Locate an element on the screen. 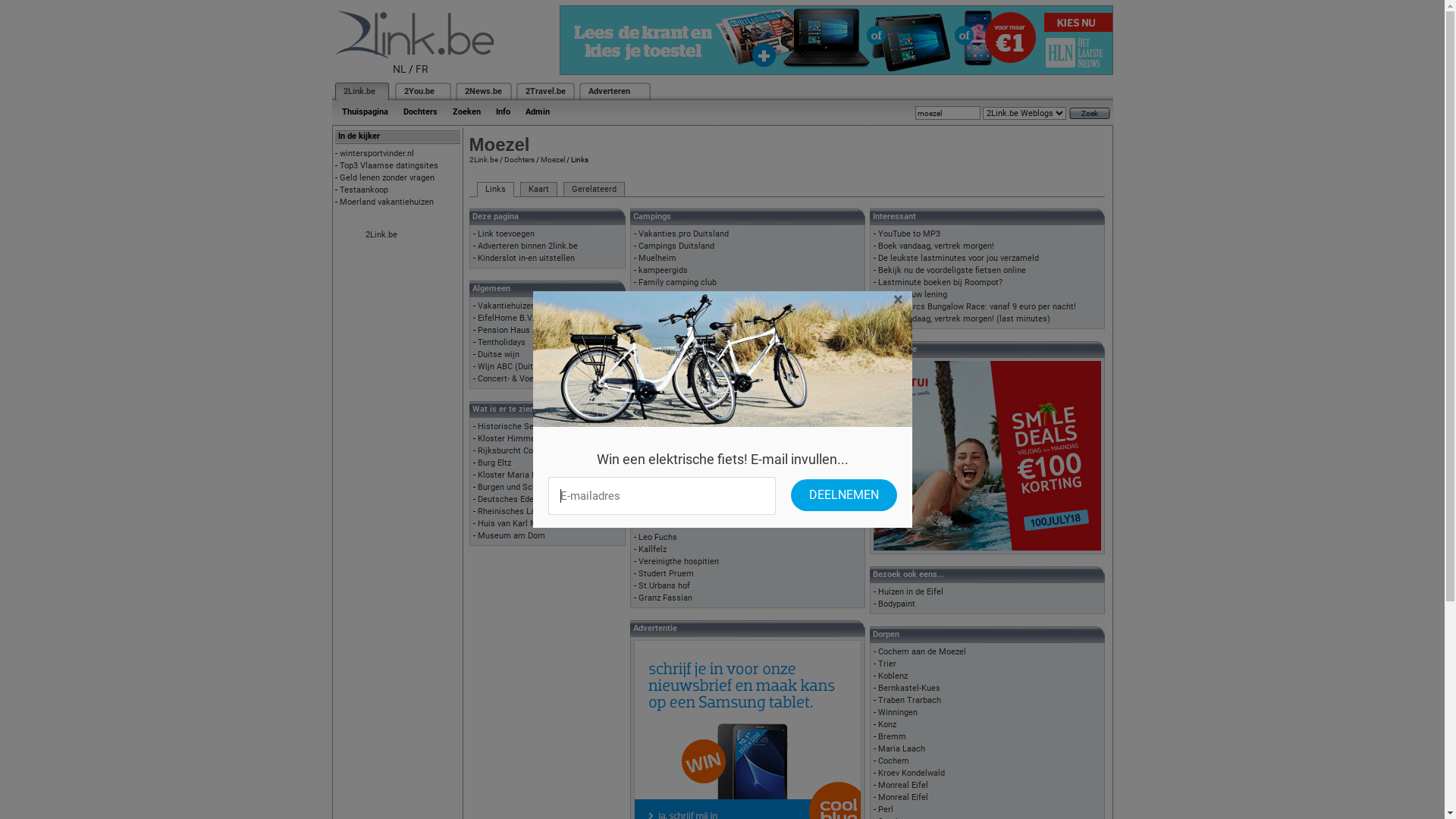  'Zoeken' is located at coordinates (465, 111).